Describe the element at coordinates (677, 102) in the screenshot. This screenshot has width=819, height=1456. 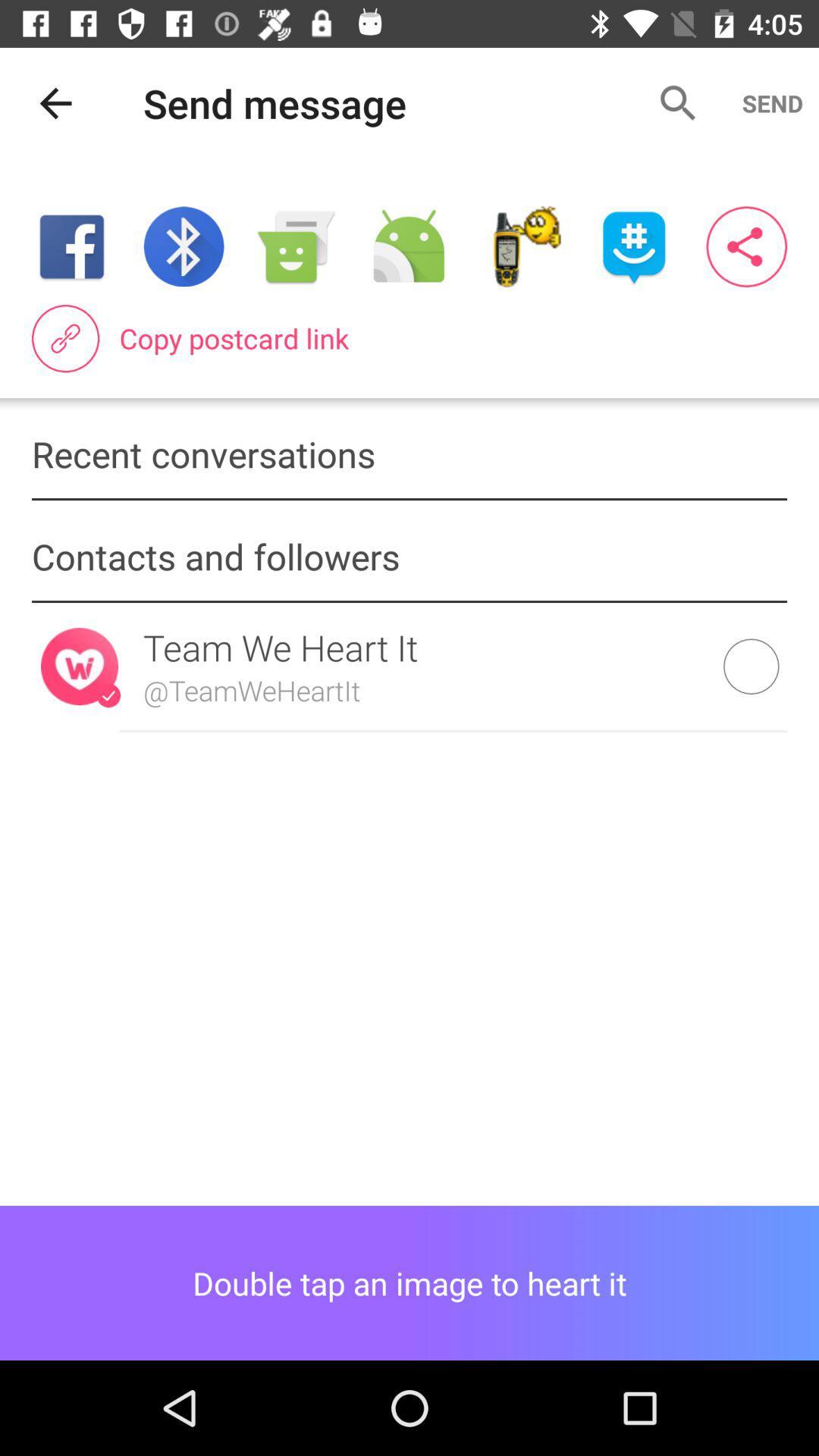
I see `icon next to send icon` at that location.